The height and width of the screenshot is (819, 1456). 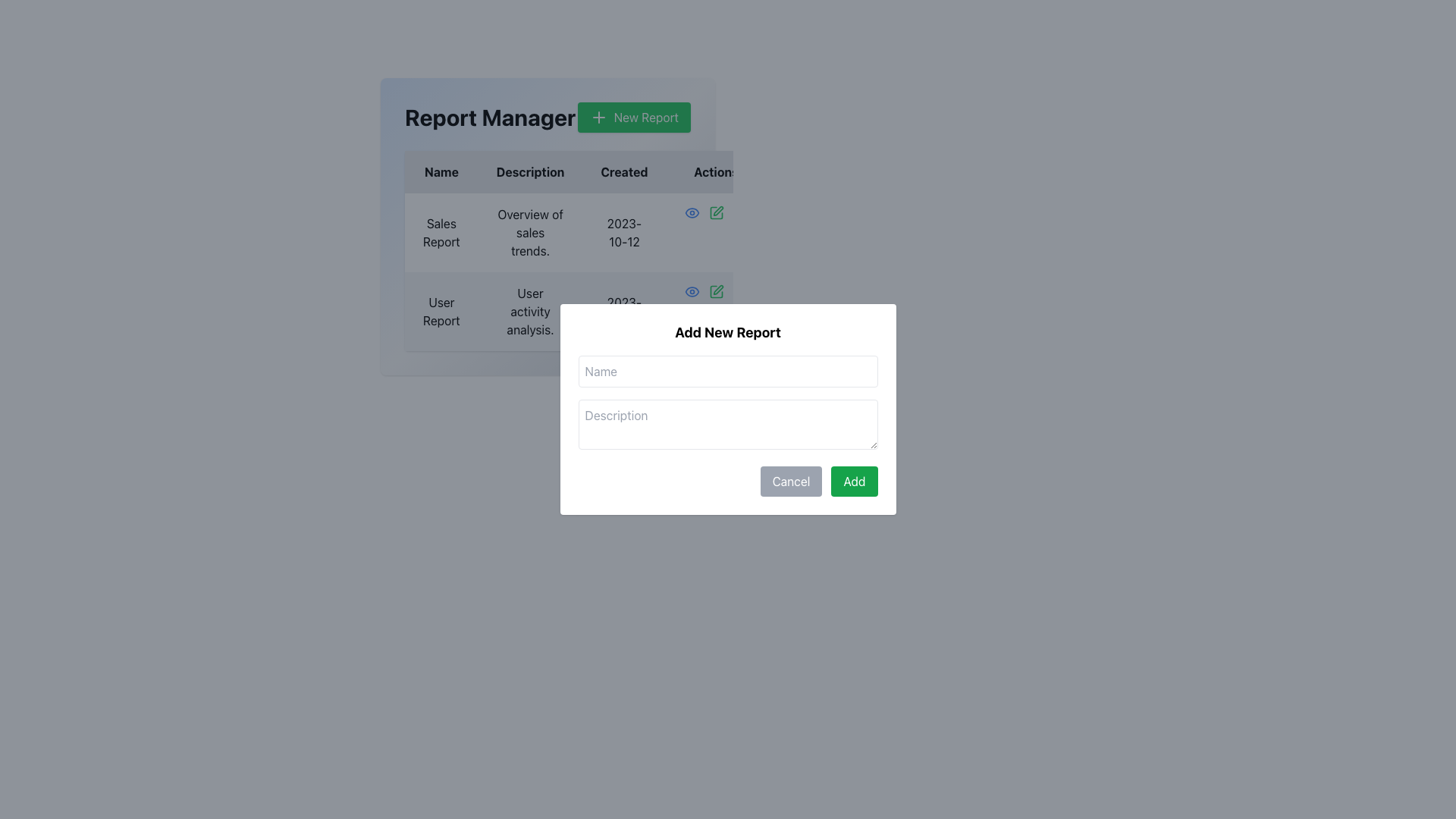 I want to click on the pen icon in the 'Actions' column of the 'Report Manager' table to initiate the editing action, so click(x=717, y=211).